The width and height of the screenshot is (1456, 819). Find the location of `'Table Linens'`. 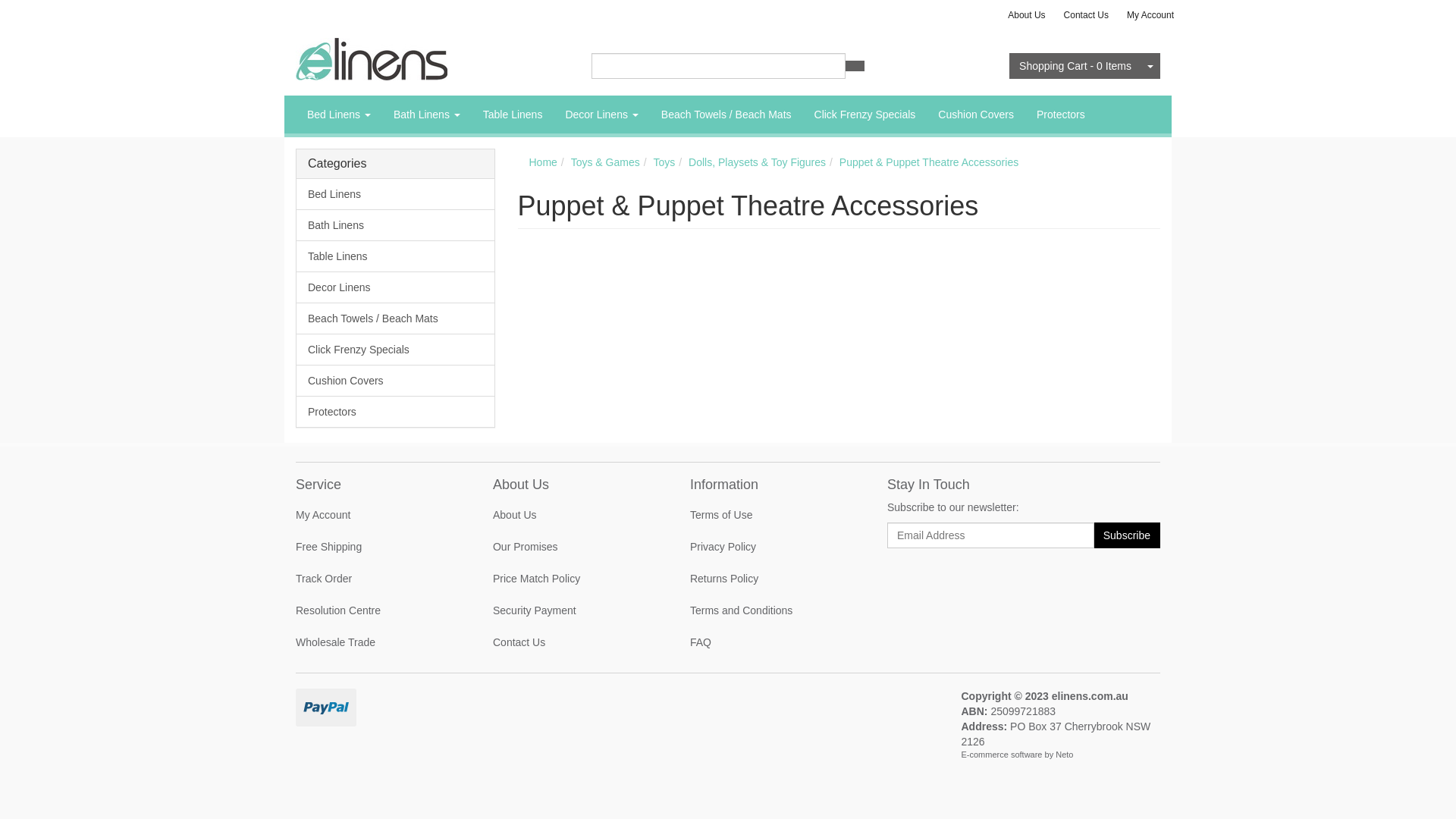

'Table Linens' is located at coordinates (395, 255).